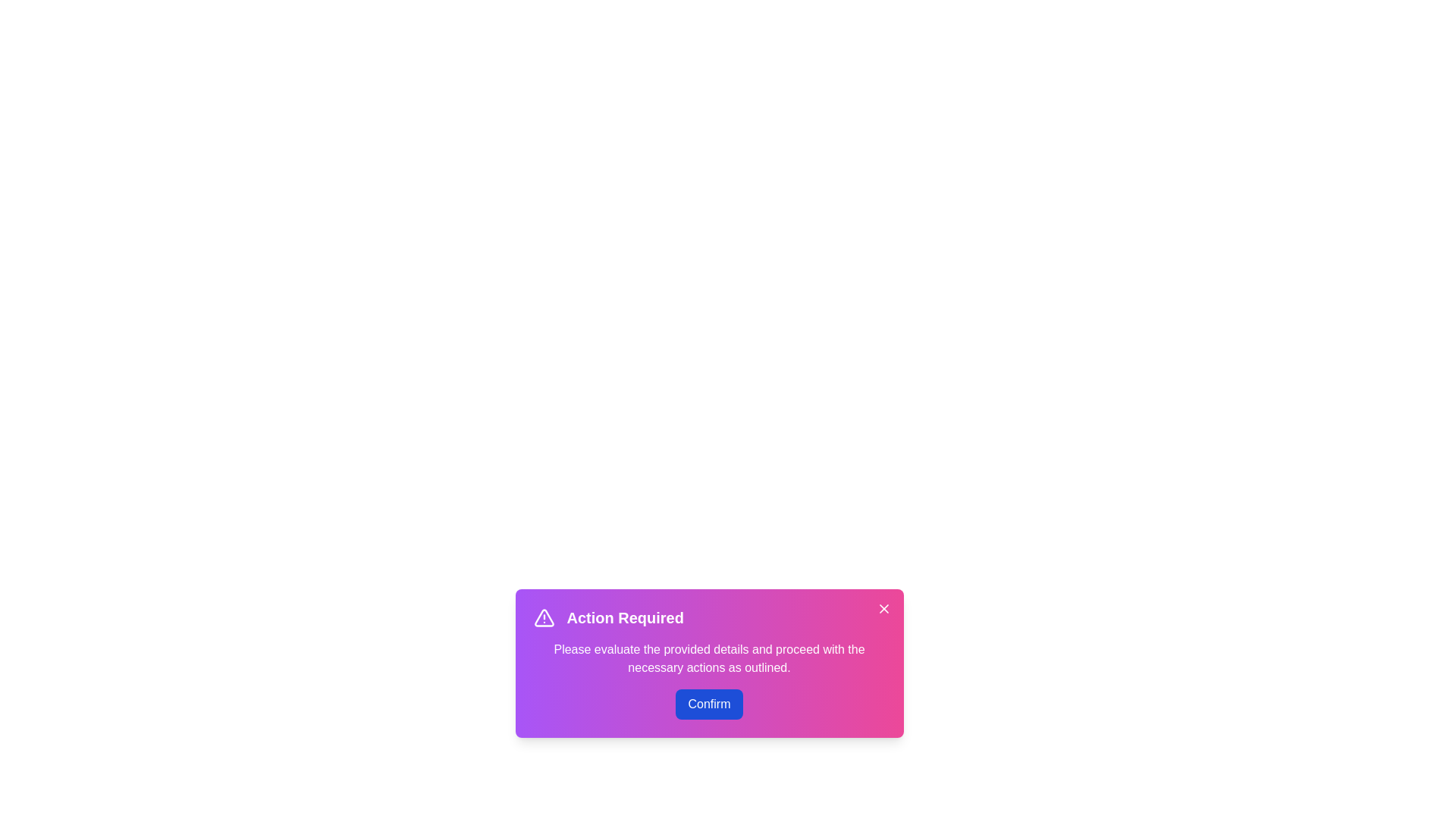  What do you see at coordinates (708, 704) in the screenshot?
I see `the 'Confirm' button to acknowledge the message` at bounding box center [708, 704].